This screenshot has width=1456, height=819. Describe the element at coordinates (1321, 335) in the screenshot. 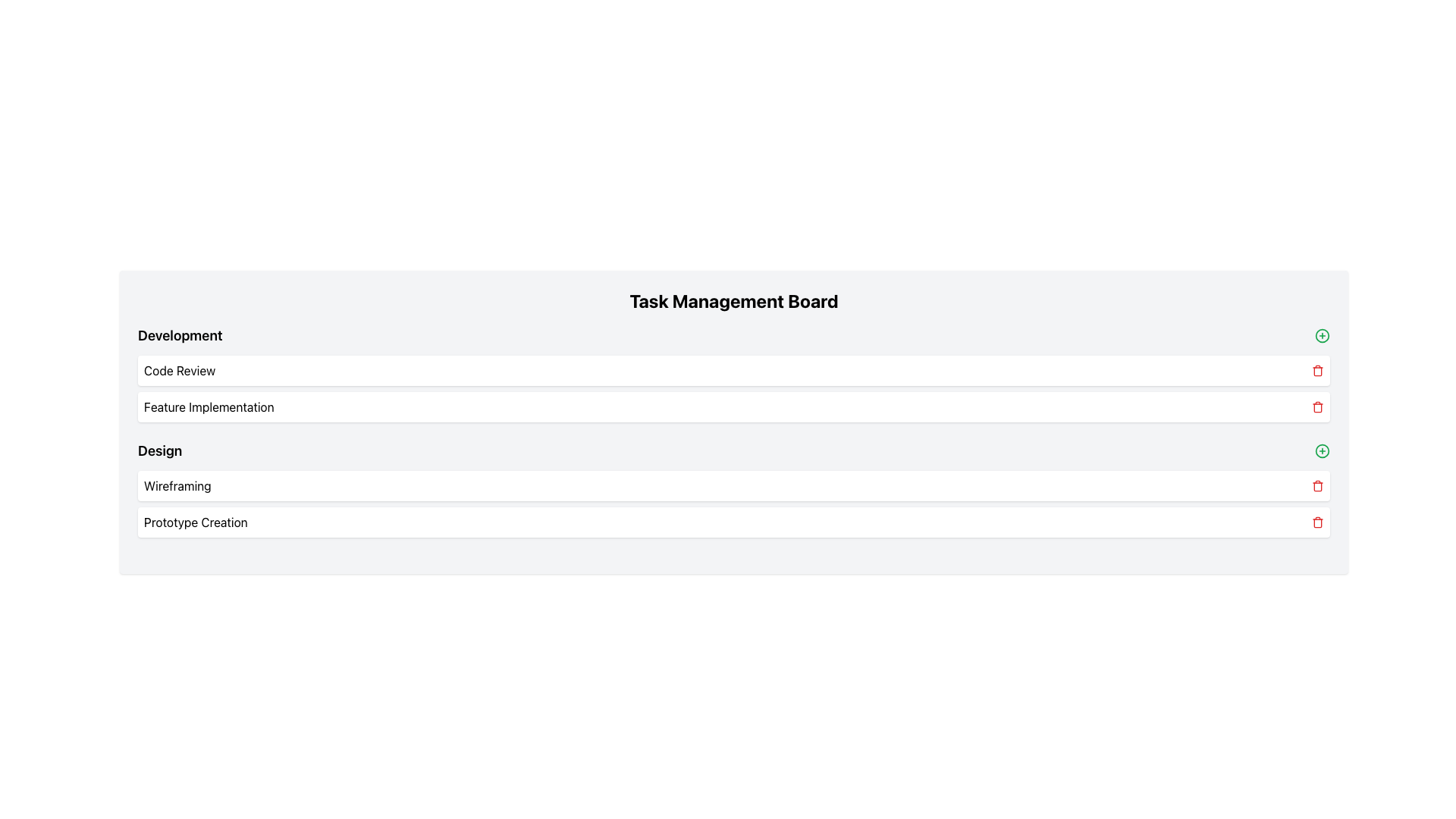

I see `the innermost circular part of the 'plus' icon located in the top-right corner of the task management board in the header section of the 'Development' category` at that location.